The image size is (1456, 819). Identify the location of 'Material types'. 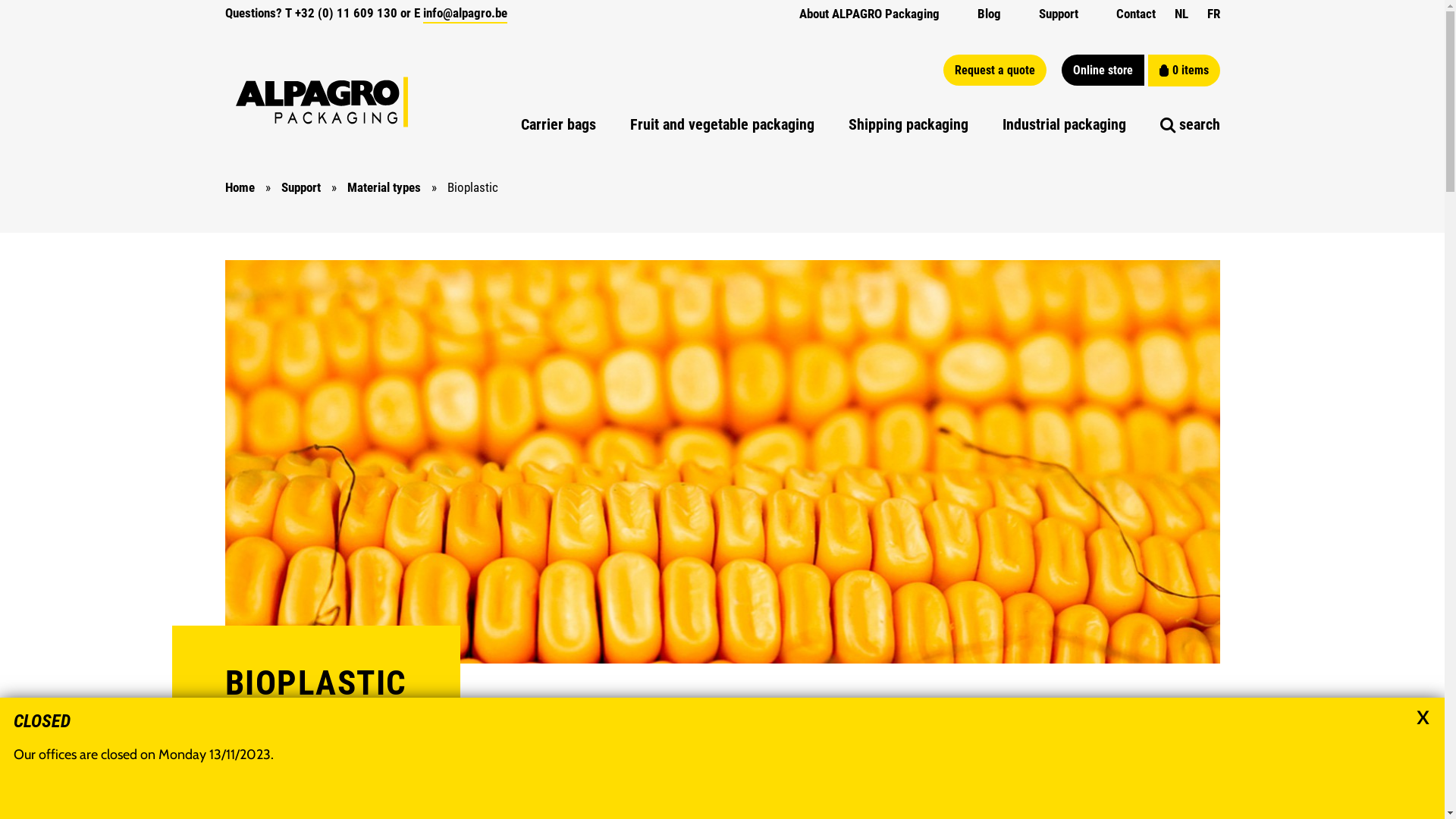
(346, 186).